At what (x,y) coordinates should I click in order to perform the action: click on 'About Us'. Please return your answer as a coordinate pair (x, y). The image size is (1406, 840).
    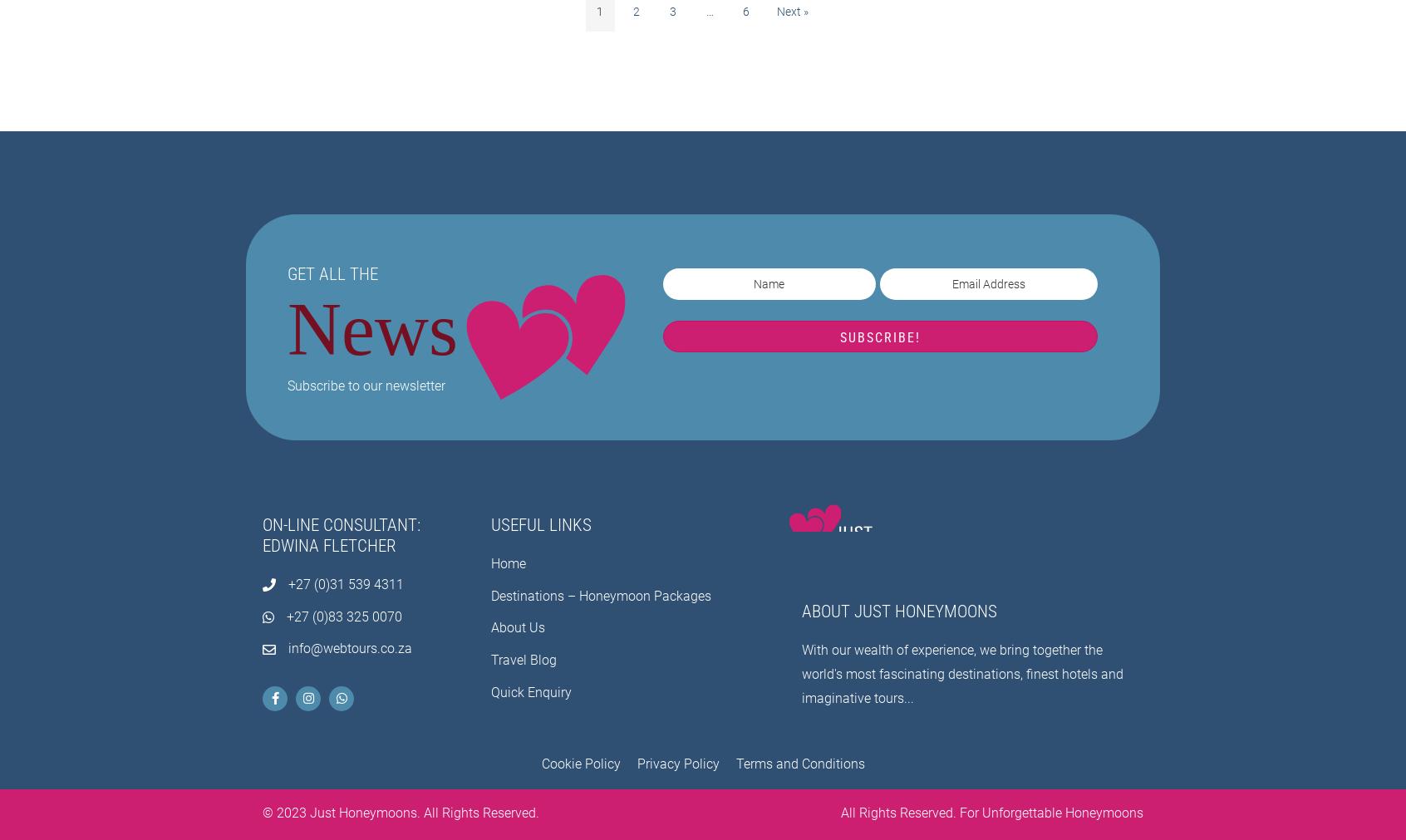
    Looking at the image, I should click on (517, 626).